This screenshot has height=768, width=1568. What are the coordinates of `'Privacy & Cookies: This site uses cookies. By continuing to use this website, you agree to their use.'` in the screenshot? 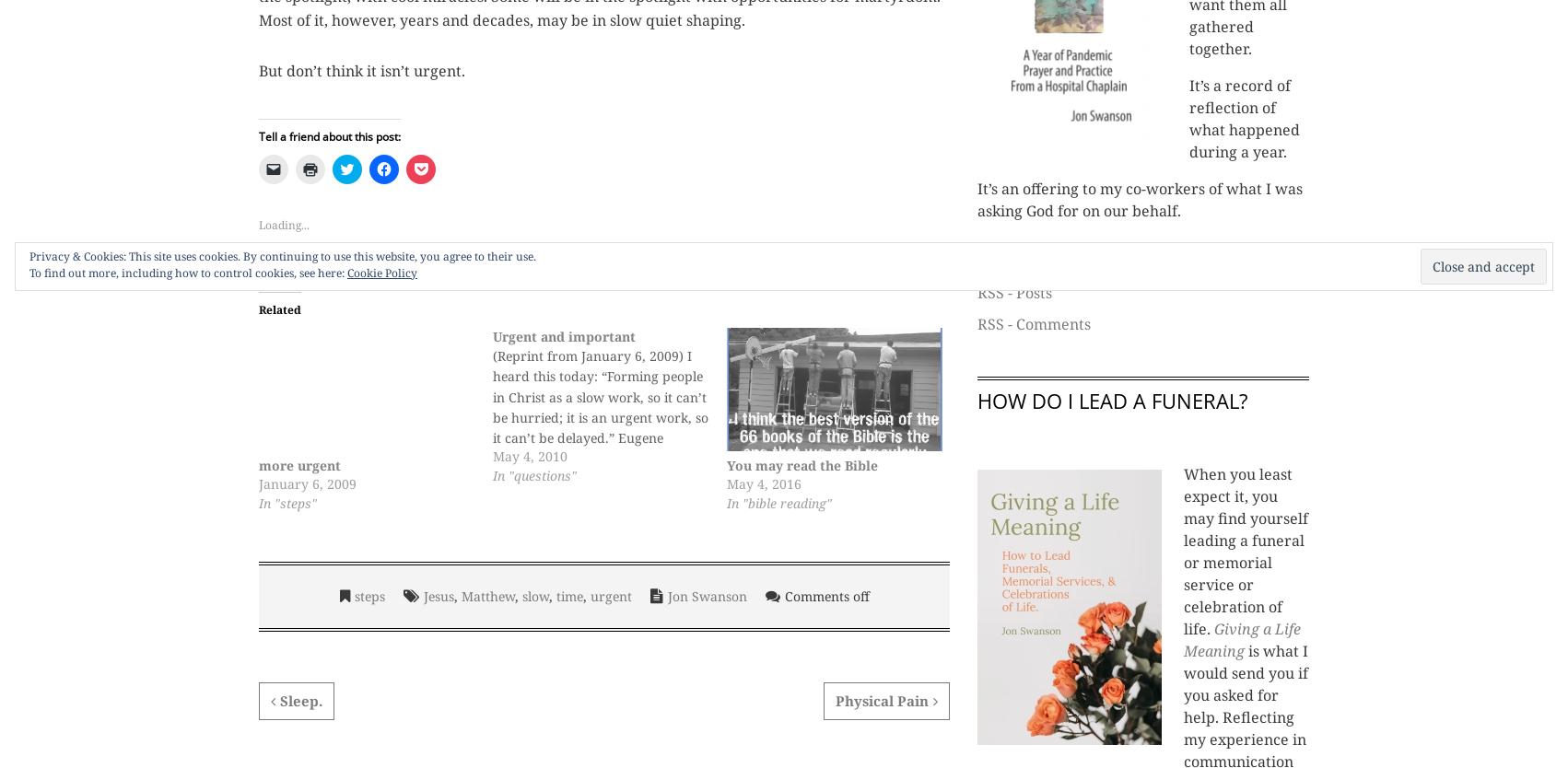 It's located at (283, 256).